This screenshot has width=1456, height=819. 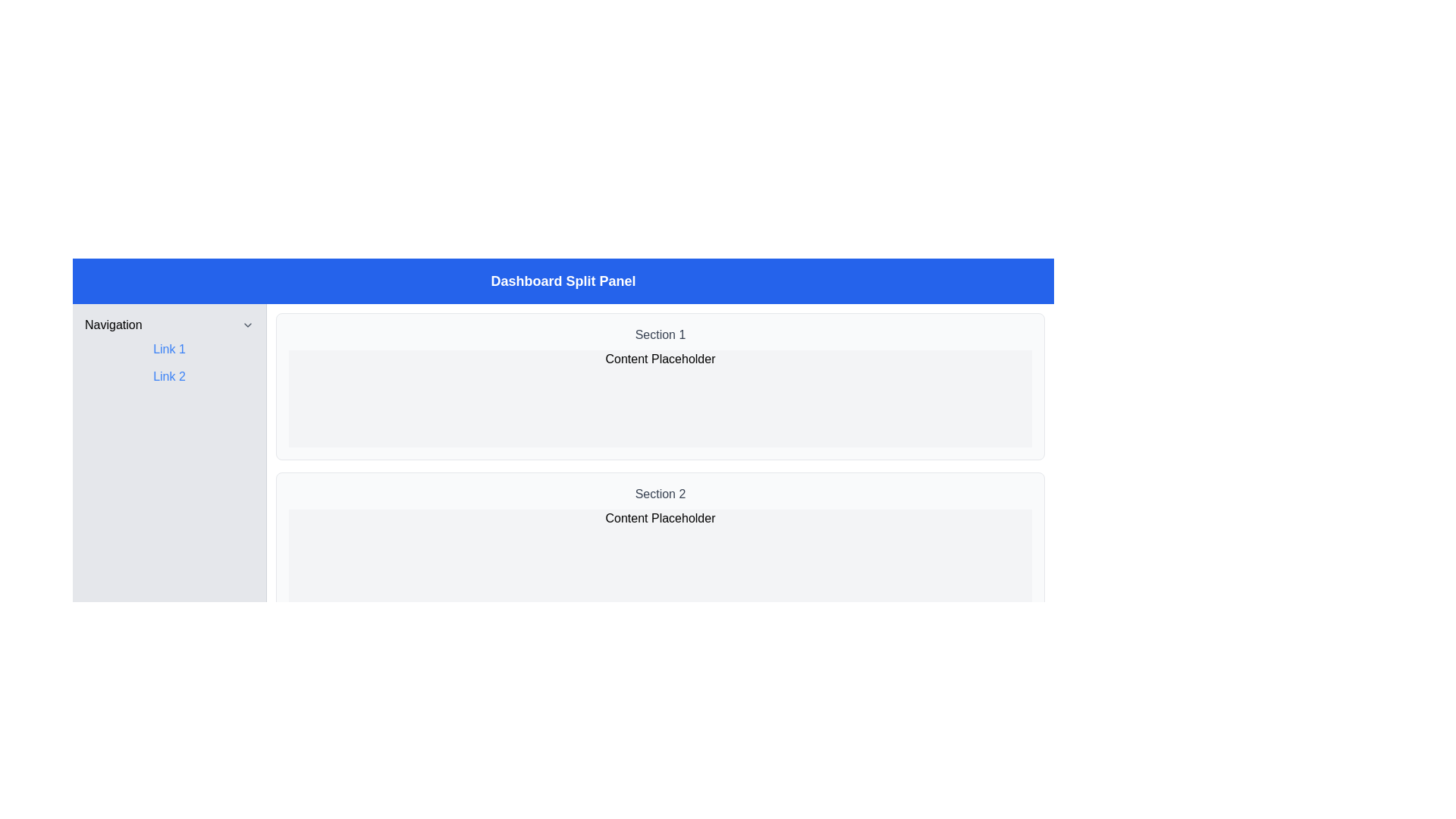 I want to click on 'Navigation' text label located in the top-left corner of the sidebar, which is a bold black font on a gray background, so click(x=112, y=324).